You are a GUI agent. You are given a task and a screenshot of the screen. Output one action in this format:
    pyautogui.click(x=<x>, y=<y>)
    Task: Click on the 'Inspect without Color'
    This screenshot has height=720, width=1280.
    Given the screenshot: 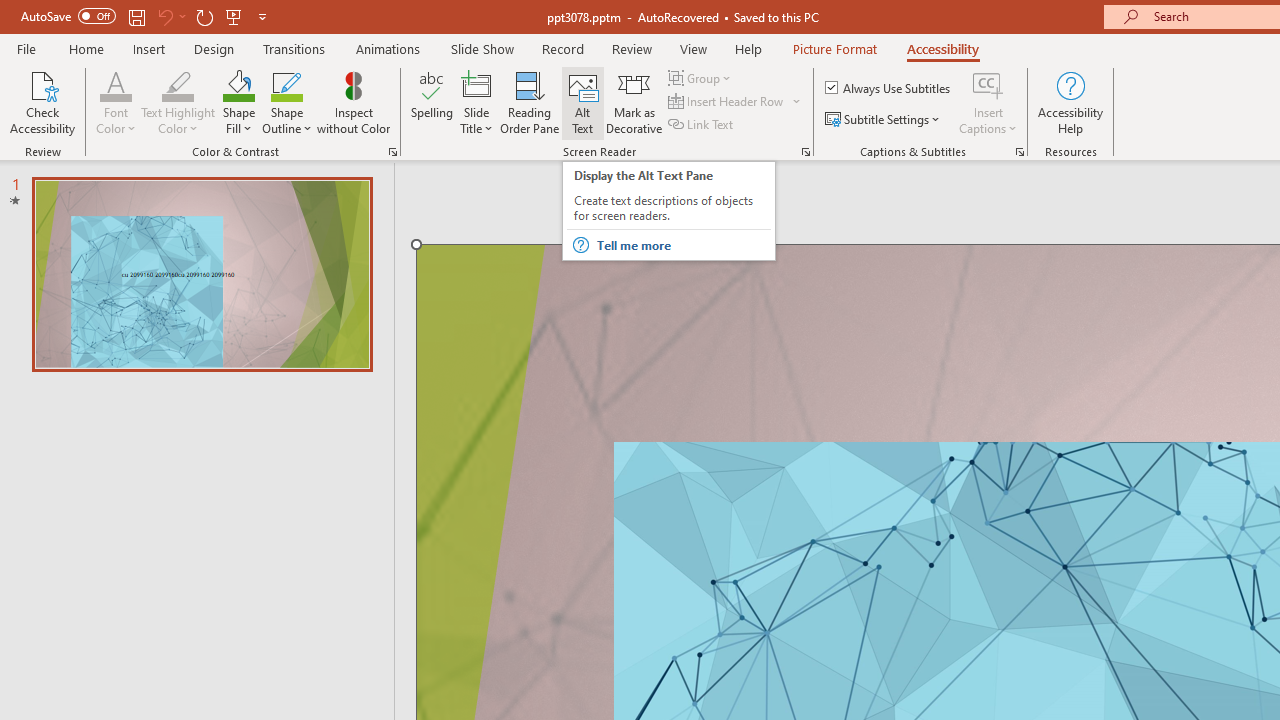 What is the action you would take?
    pyautogui.click(x=353, y=103)
    